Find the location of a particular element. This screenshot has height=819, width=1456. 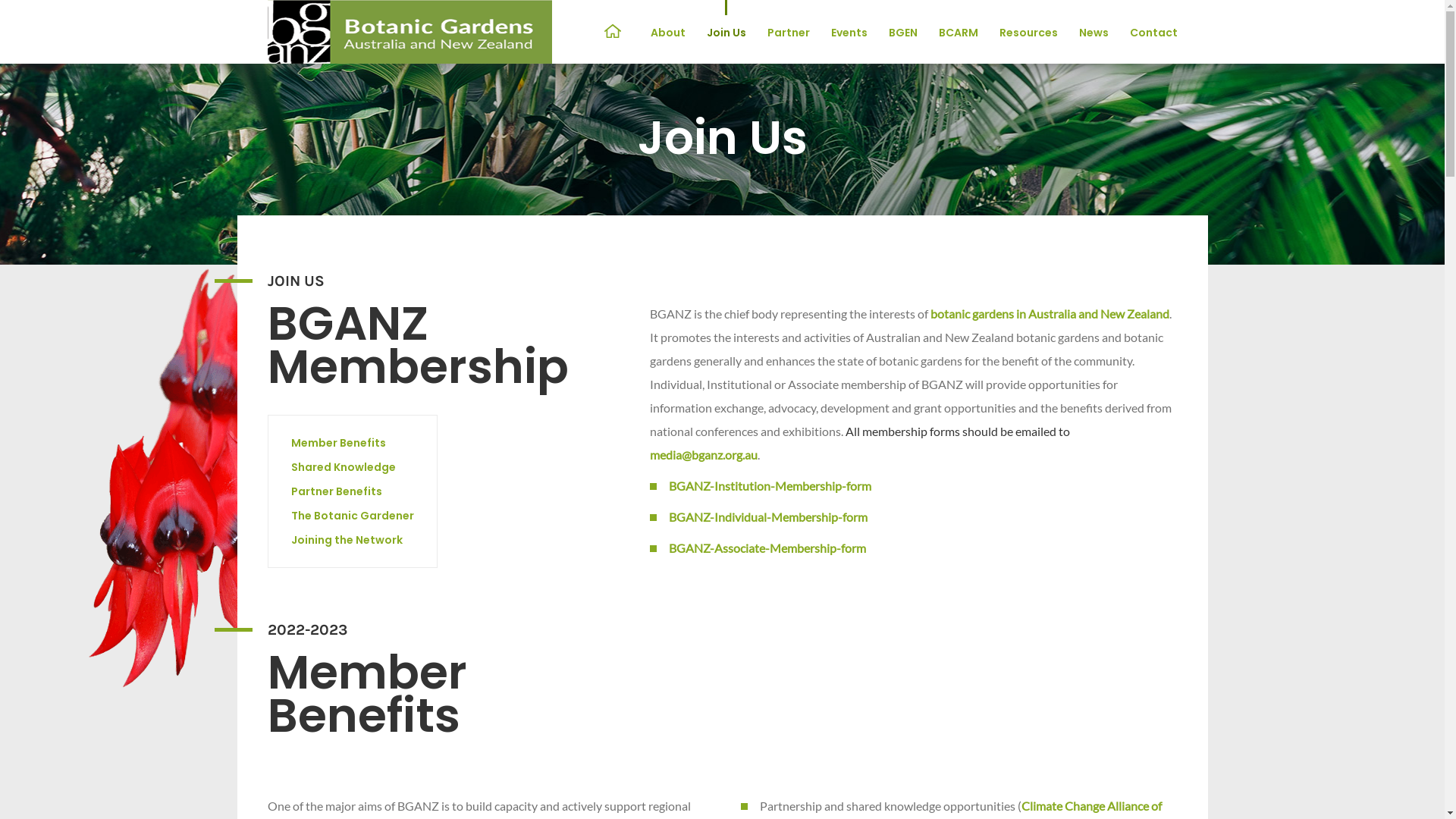

'Home' is located at coordinates (595, 33).